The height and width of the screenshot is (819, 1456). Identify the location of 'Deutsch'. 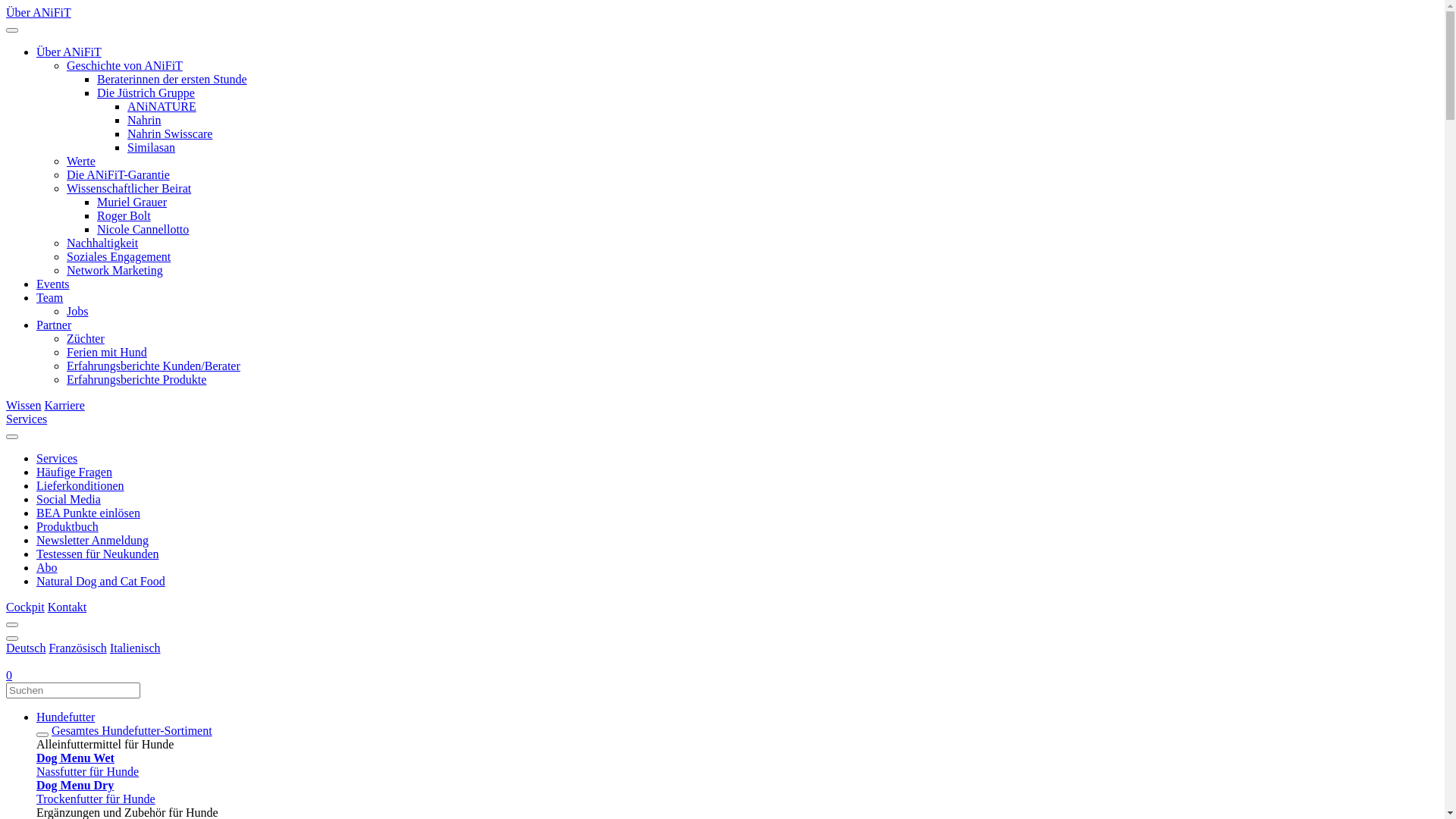
(25, 648).